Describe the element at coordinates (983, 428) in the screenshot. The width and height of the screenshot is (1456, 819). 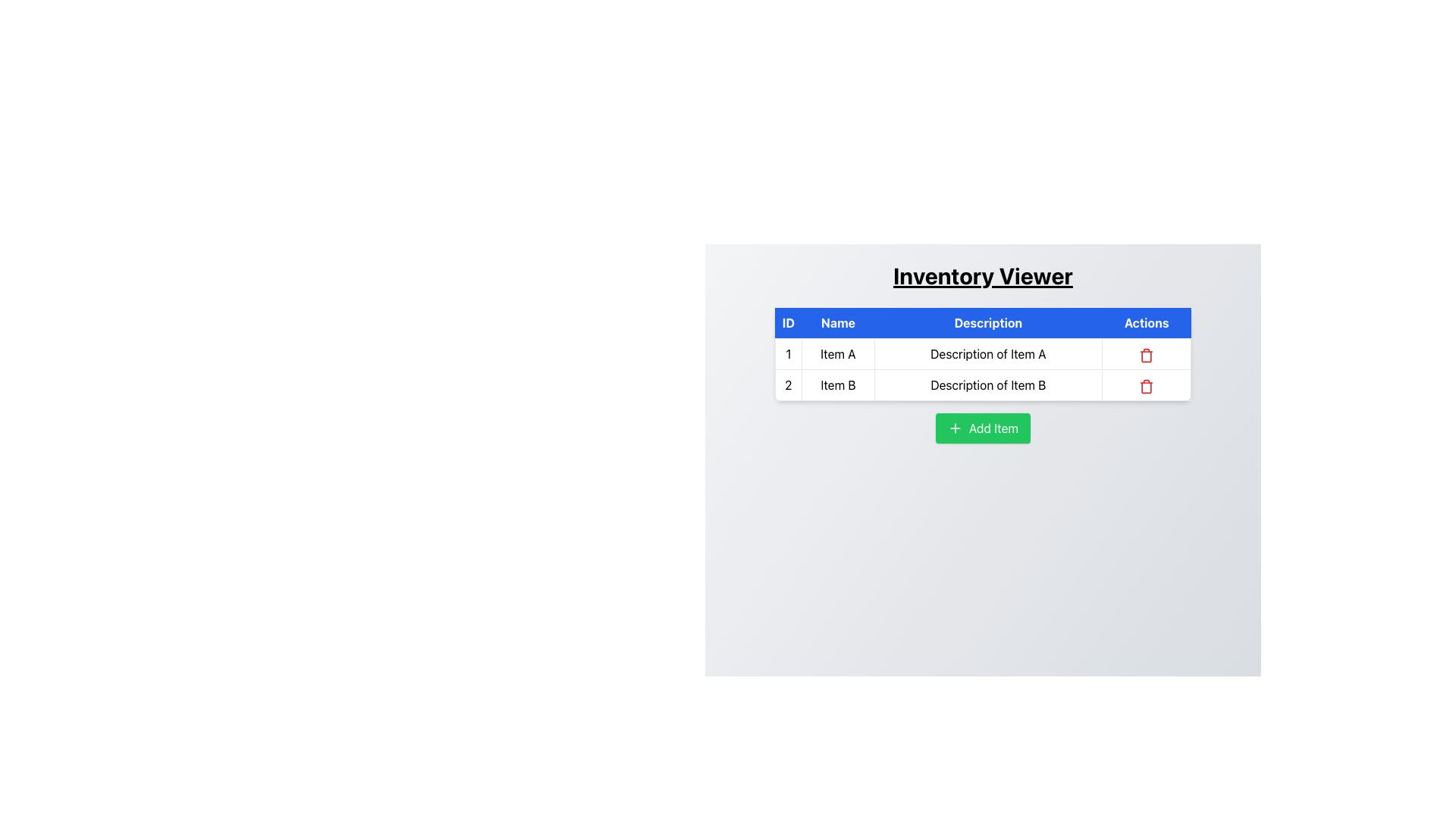
I see `the green 'Add Item' button with rounded edges located below the 'Actions' table in the 'Inventory Viewer' interface` at that location.